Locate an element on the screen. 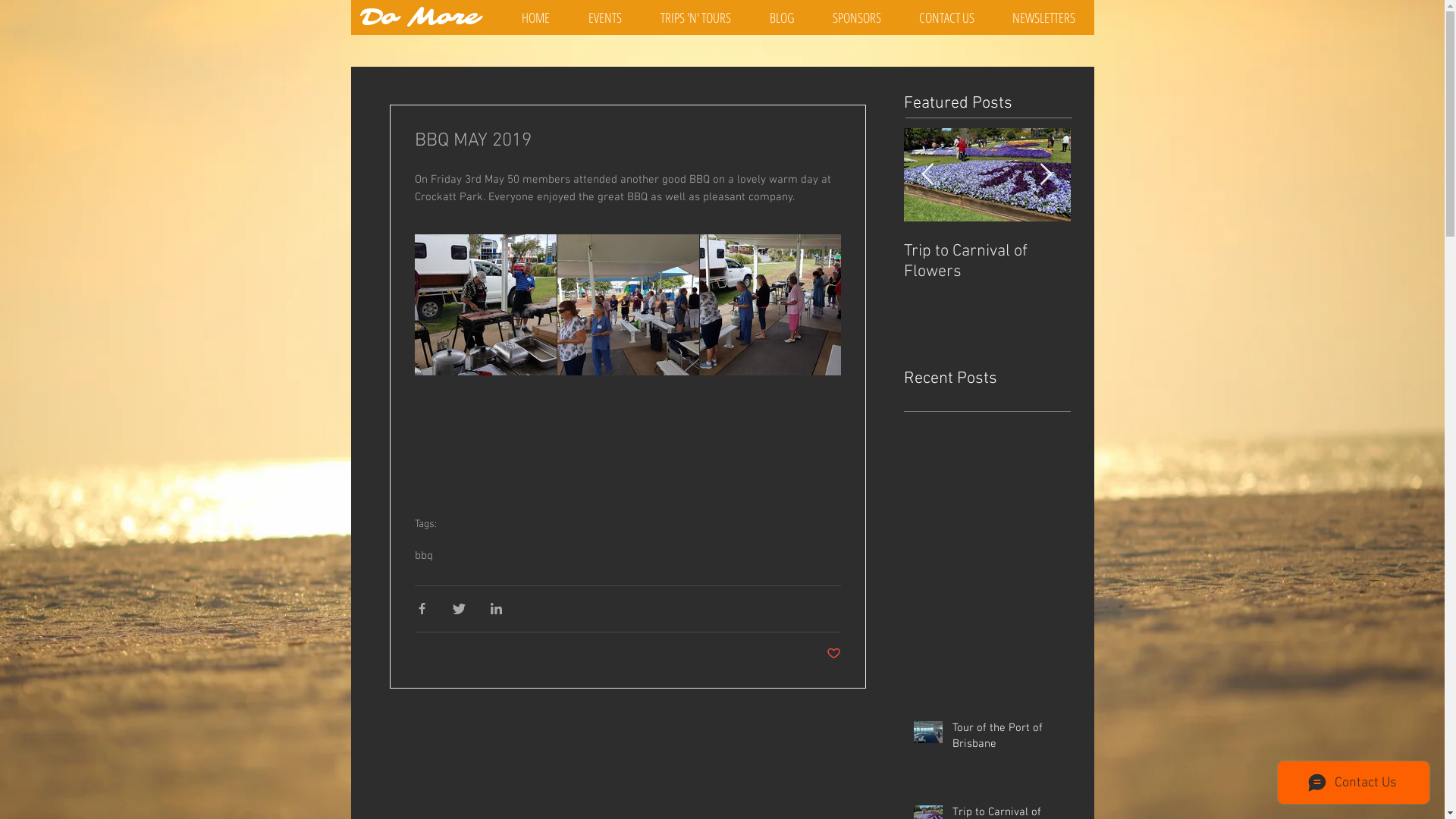 This screenshot has height=819, width=1456. 'CONTACT US' is located at coordinates (945, 17).